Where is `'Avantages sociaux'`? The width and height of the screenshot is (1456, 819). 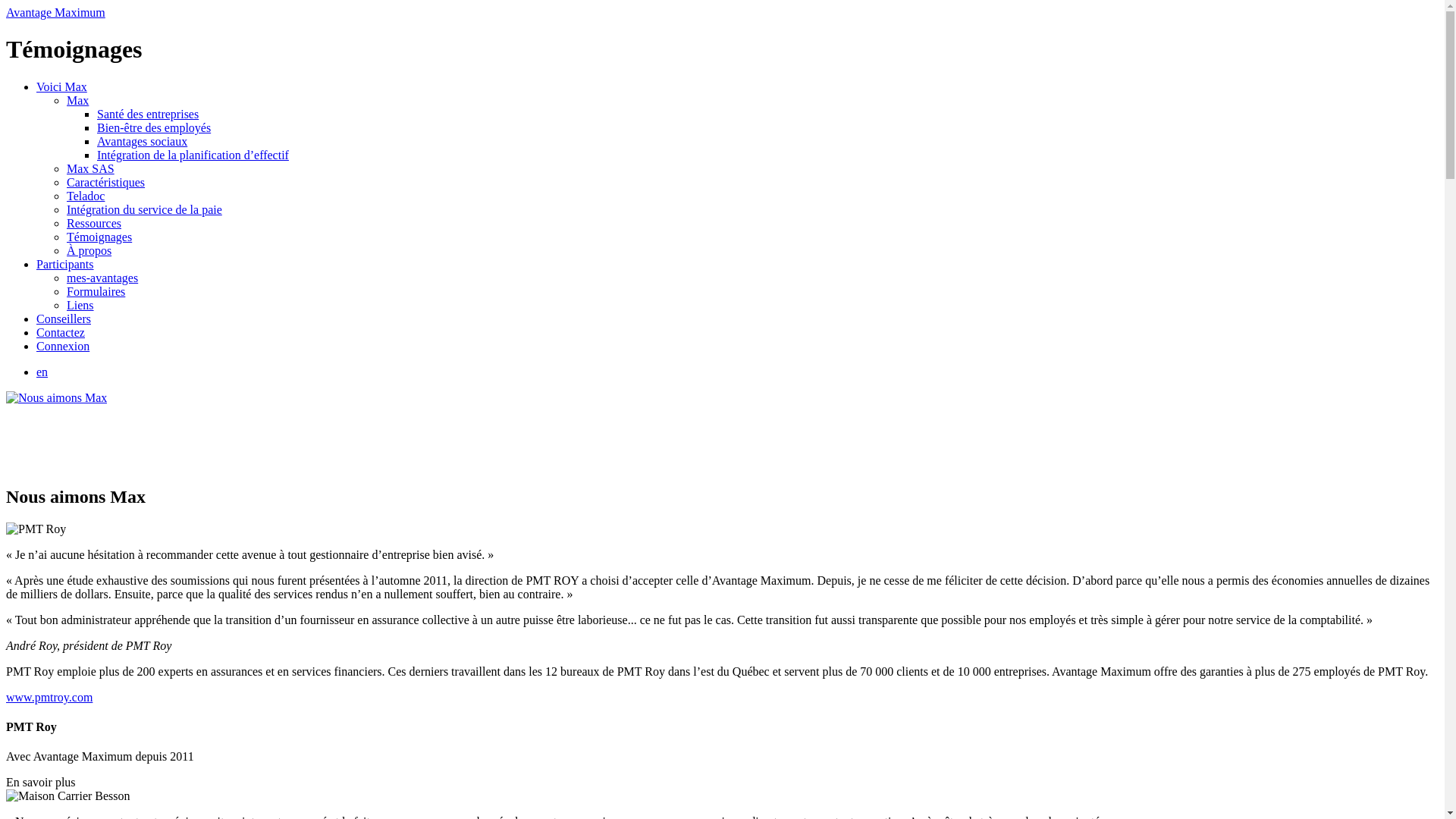
'Avantages sociaux' is located at coordinates (142, 141).